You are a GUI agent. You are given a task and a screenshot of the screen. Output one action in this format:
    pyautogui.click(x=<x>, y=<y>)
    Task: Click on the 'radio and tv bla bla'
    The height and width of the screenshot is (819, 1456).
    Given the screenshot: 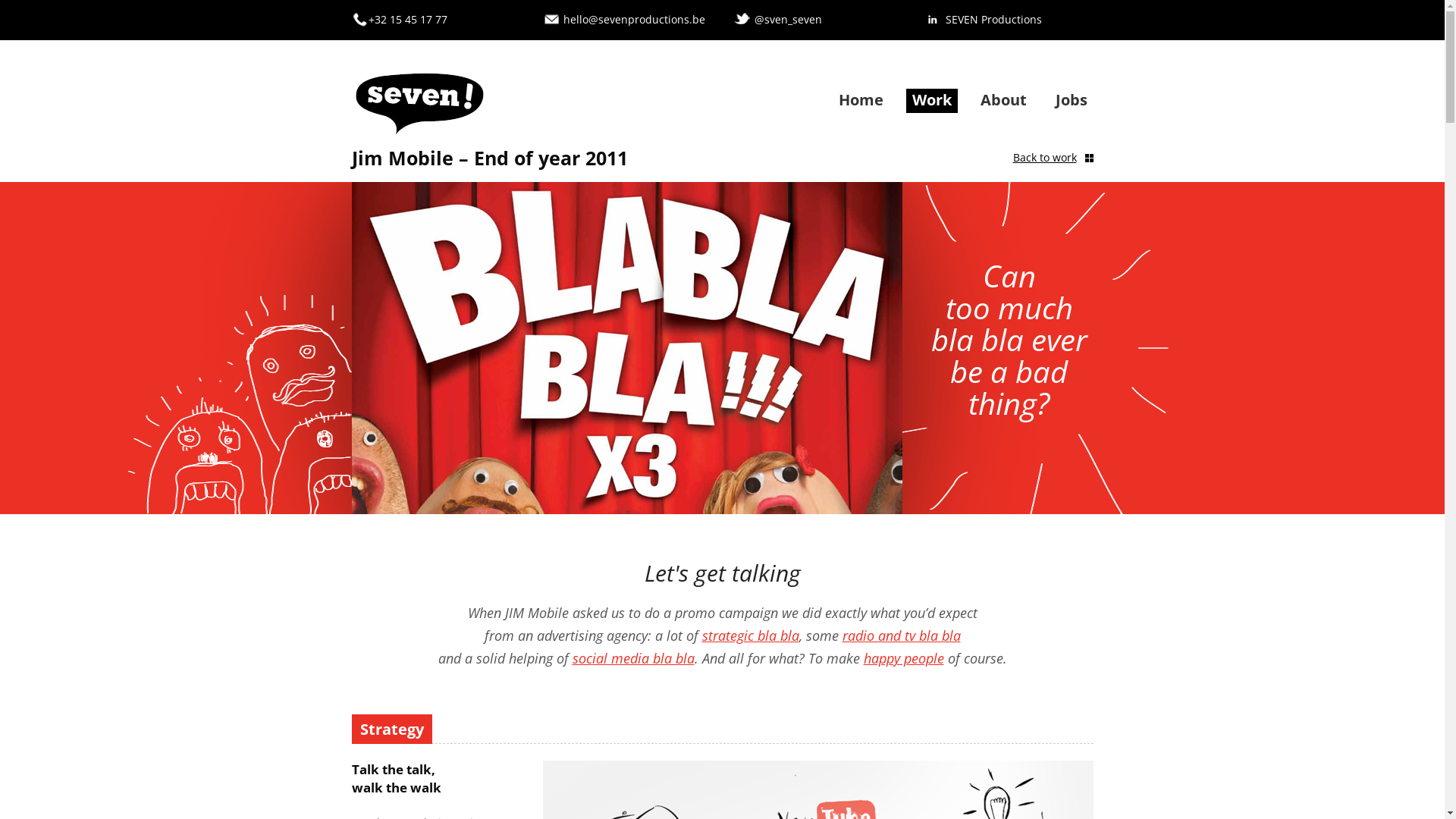 What is the action you would take?
    pyautogui.click(x=901, y=635)
    